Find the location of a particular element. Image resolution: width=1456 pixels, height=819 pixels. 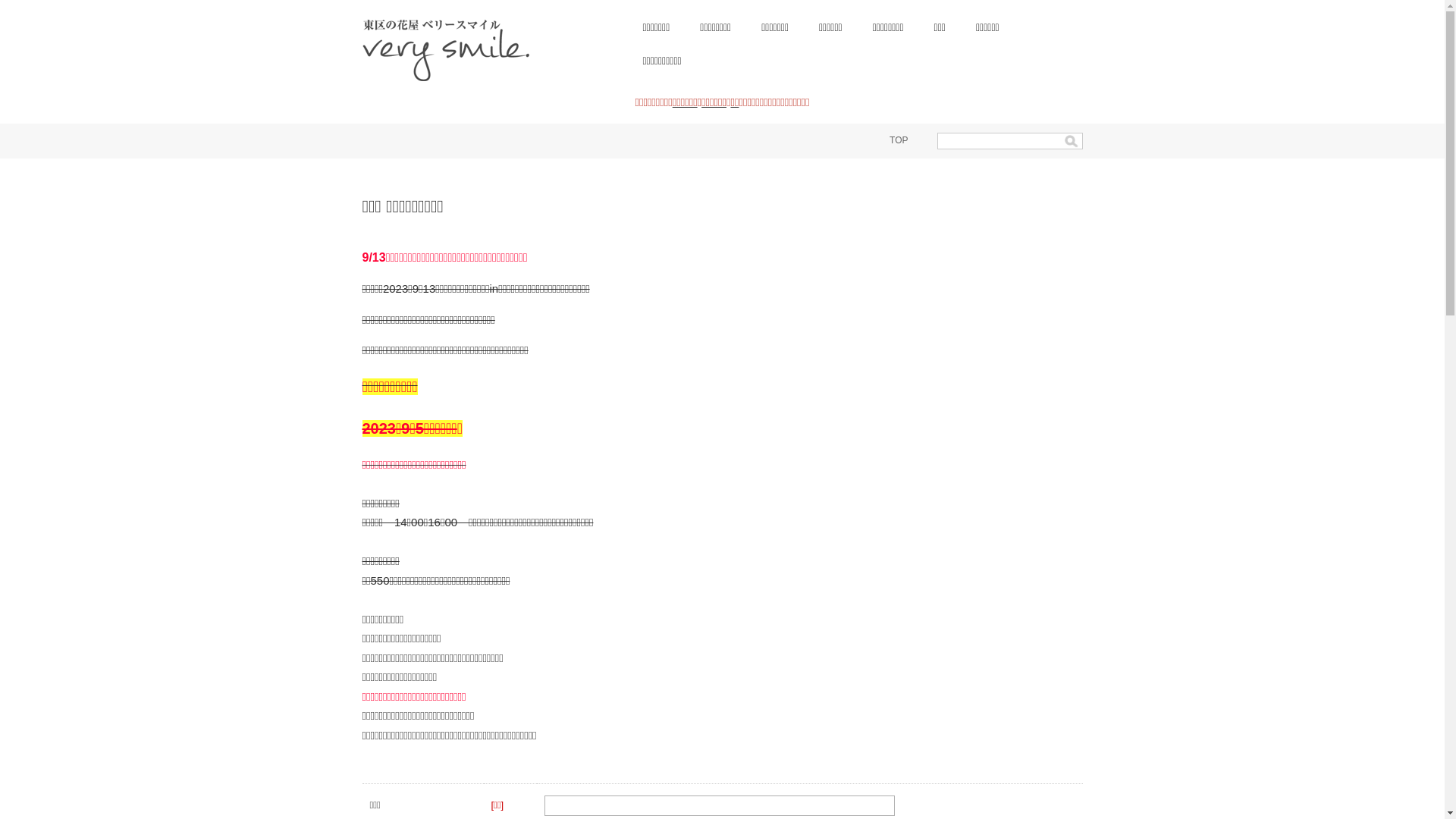

'TOP' is located at coordinates (899, 140).